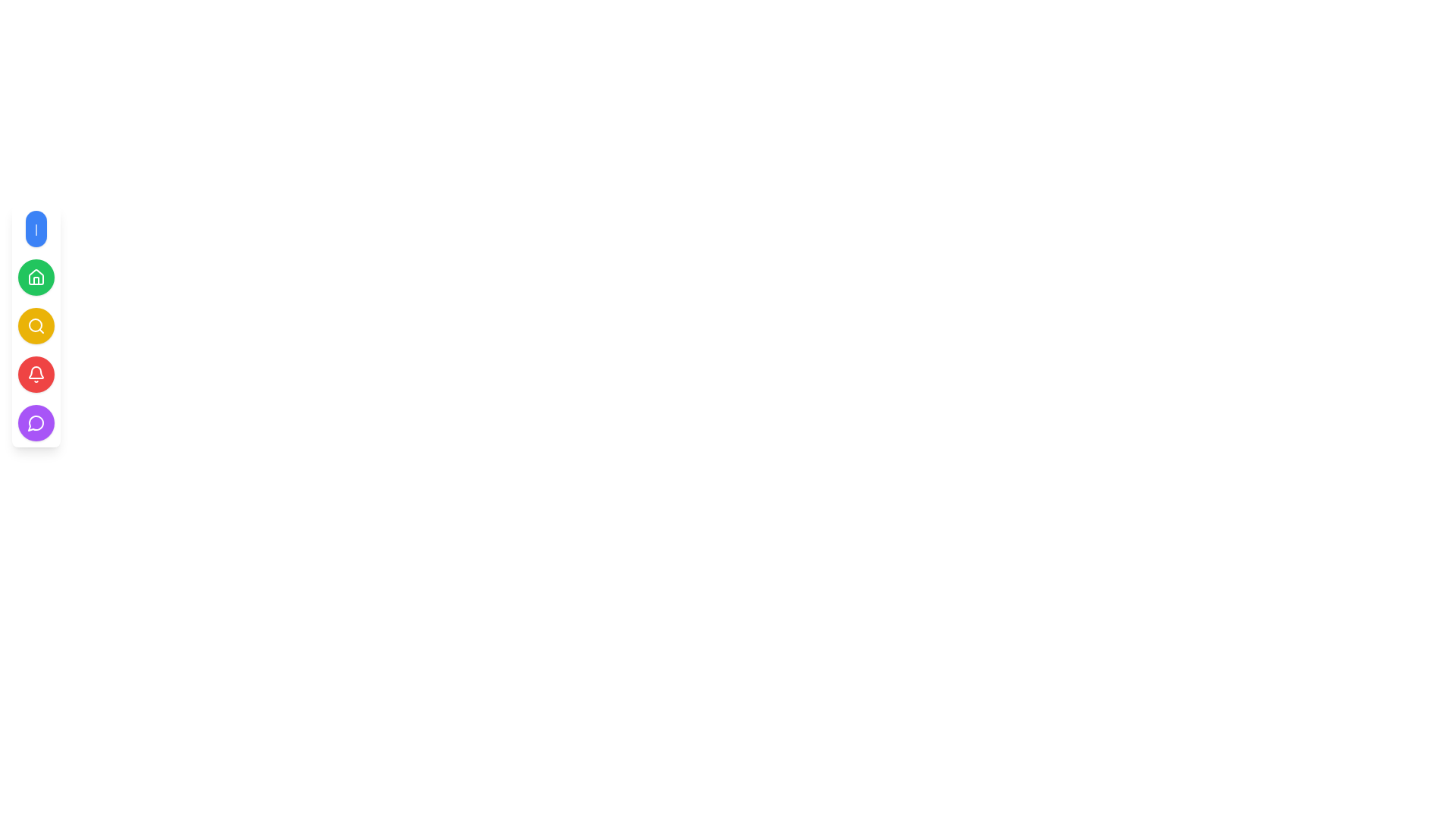 Image resolution: width=1456 pixels, height=819 pixels. Describe the element at coordinates (36, 278) in the screenshot. I see `the 'Home' Icon button located in the vertical navigation menu, positioned between a blue circular button above and a yellow circular button below` at that location.